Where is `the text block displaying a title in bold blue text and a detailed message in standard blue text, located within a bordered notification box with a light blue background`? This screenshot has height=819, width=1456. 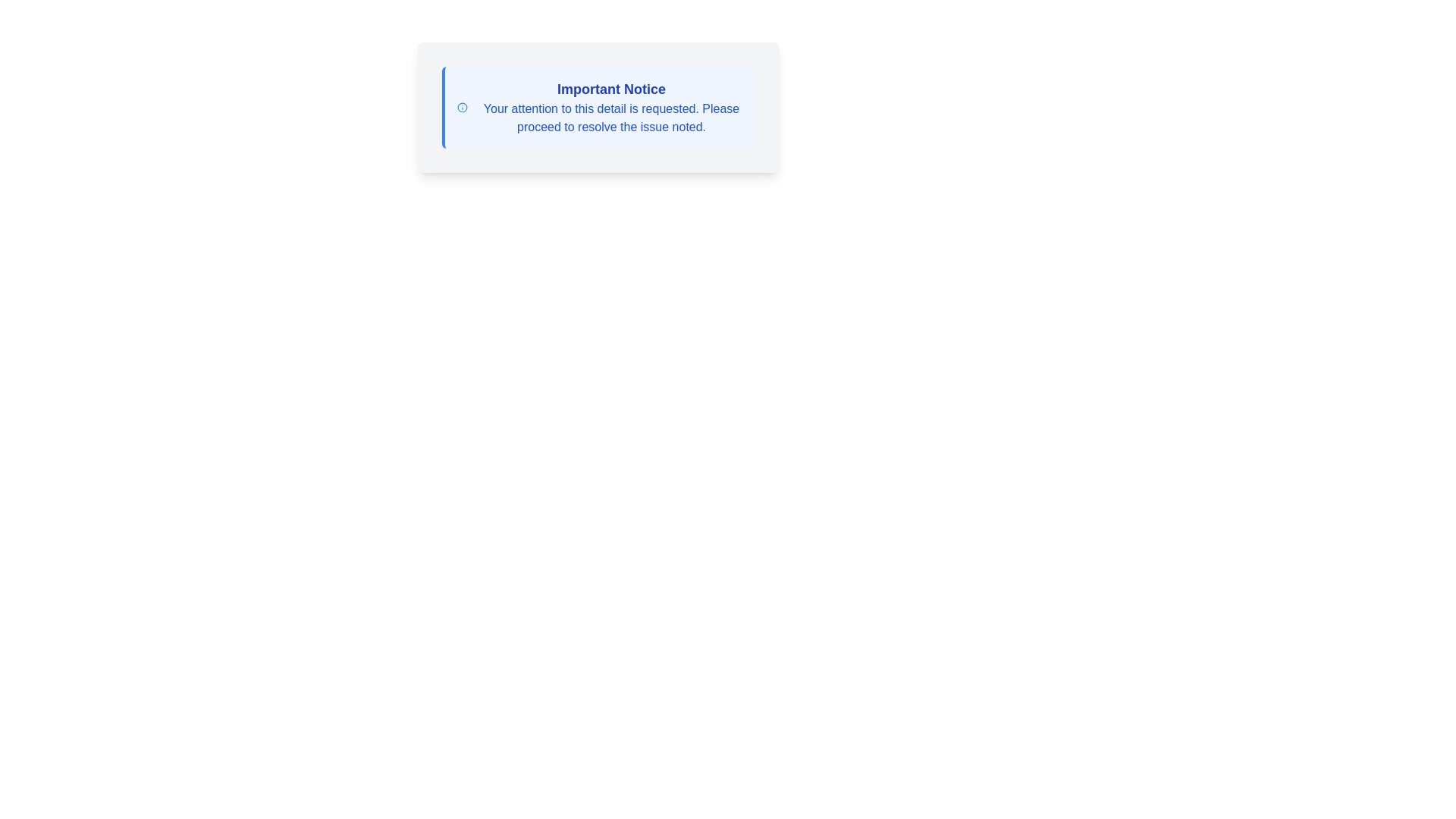 the text block displaying a title in bold blue text and a detailed message in standard blue text, located within a bordered notification box with a light blue background is located at coordinates (611, 107).